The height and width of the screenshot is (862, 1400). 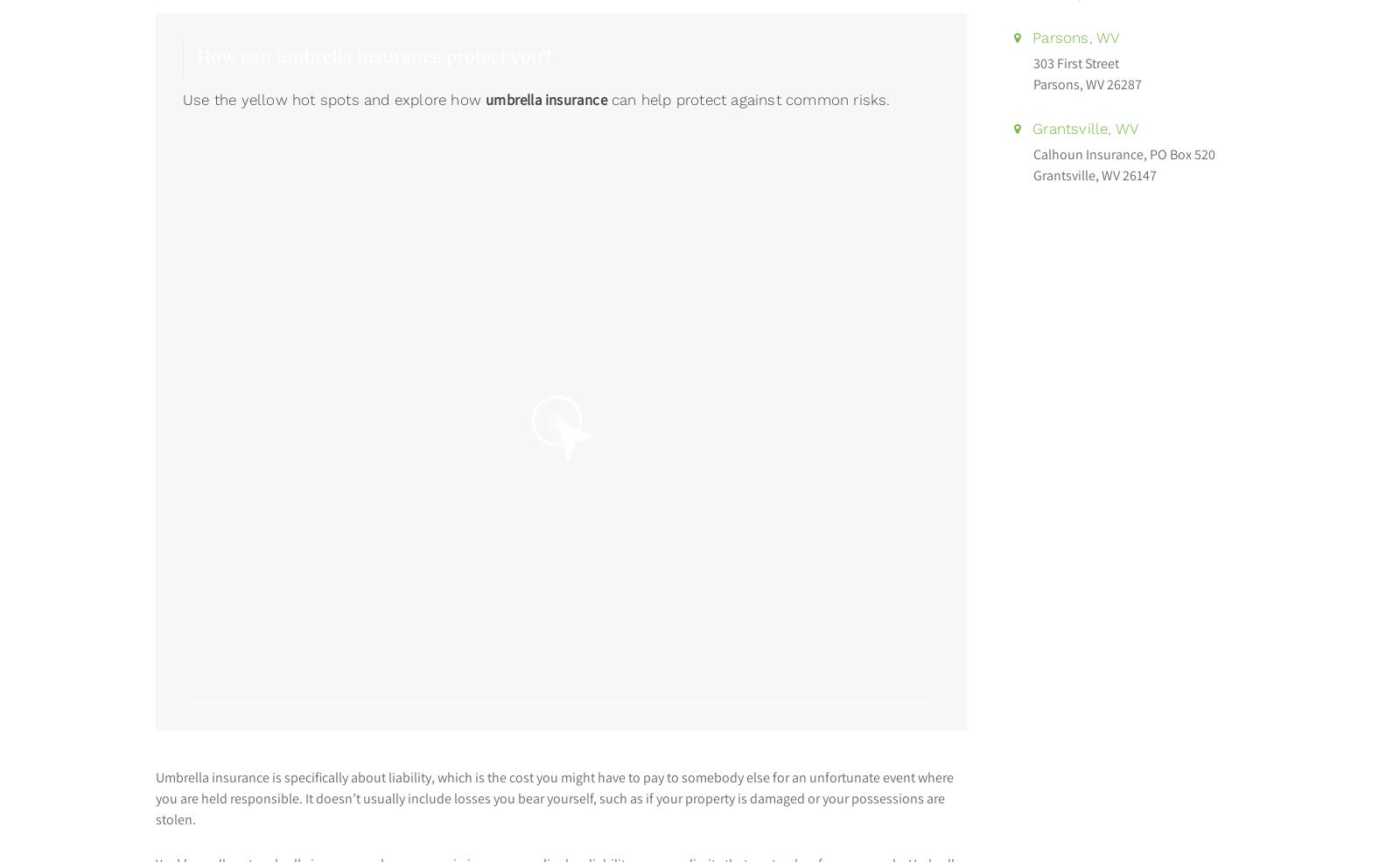 I want to click on 'Parsons, WV 26287', so click(x=1087, y=83).